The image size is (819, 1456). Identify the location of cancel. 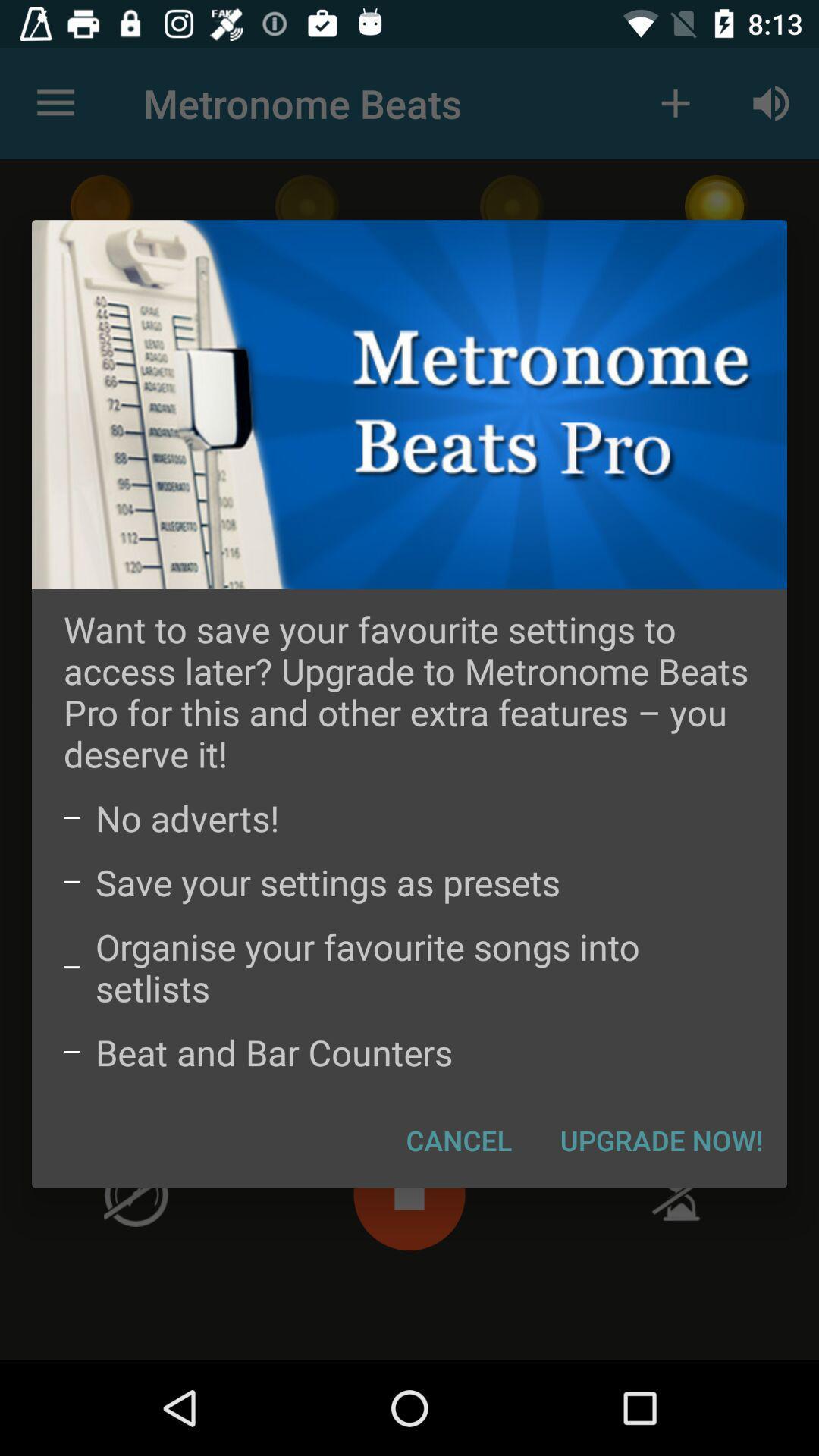
(458, 1140).